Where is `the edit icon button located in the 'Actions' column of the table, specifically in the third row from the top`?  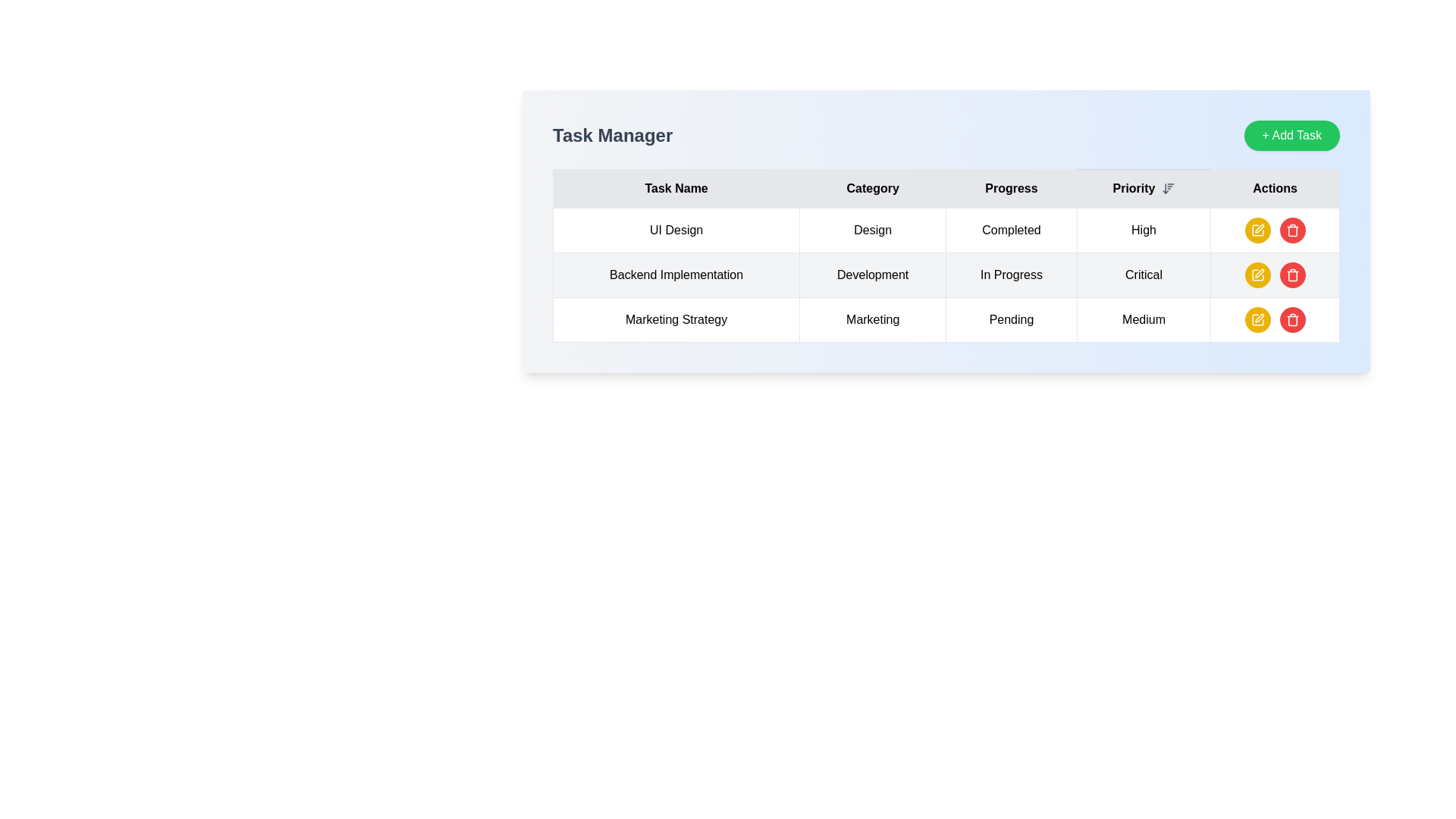 the edit icon button located in the 'Actions' column of the table, specifically in the third row from the top is located at coordinates (1259, 271).